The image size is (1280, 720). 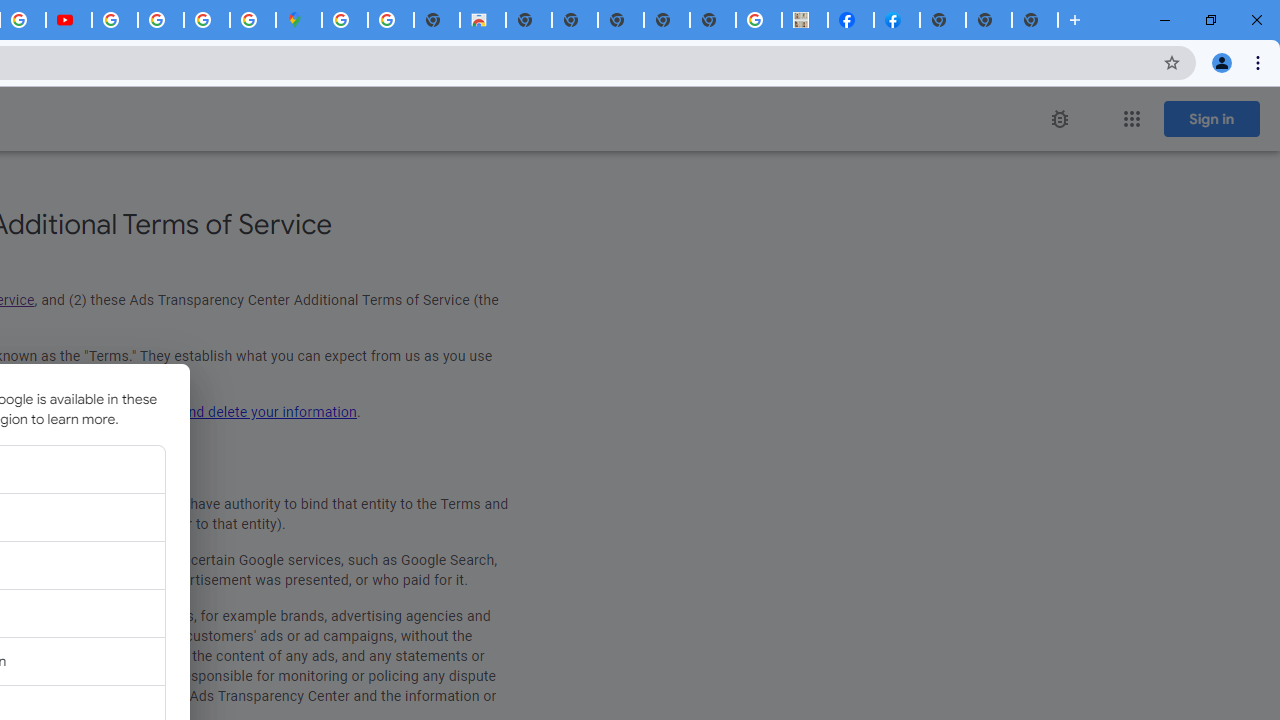 What do you see at coordinates (1058, 119) in the screenshot?
I see `'To get missing image descriptions, open the context menu.'` at bounding box center [1058, 119].